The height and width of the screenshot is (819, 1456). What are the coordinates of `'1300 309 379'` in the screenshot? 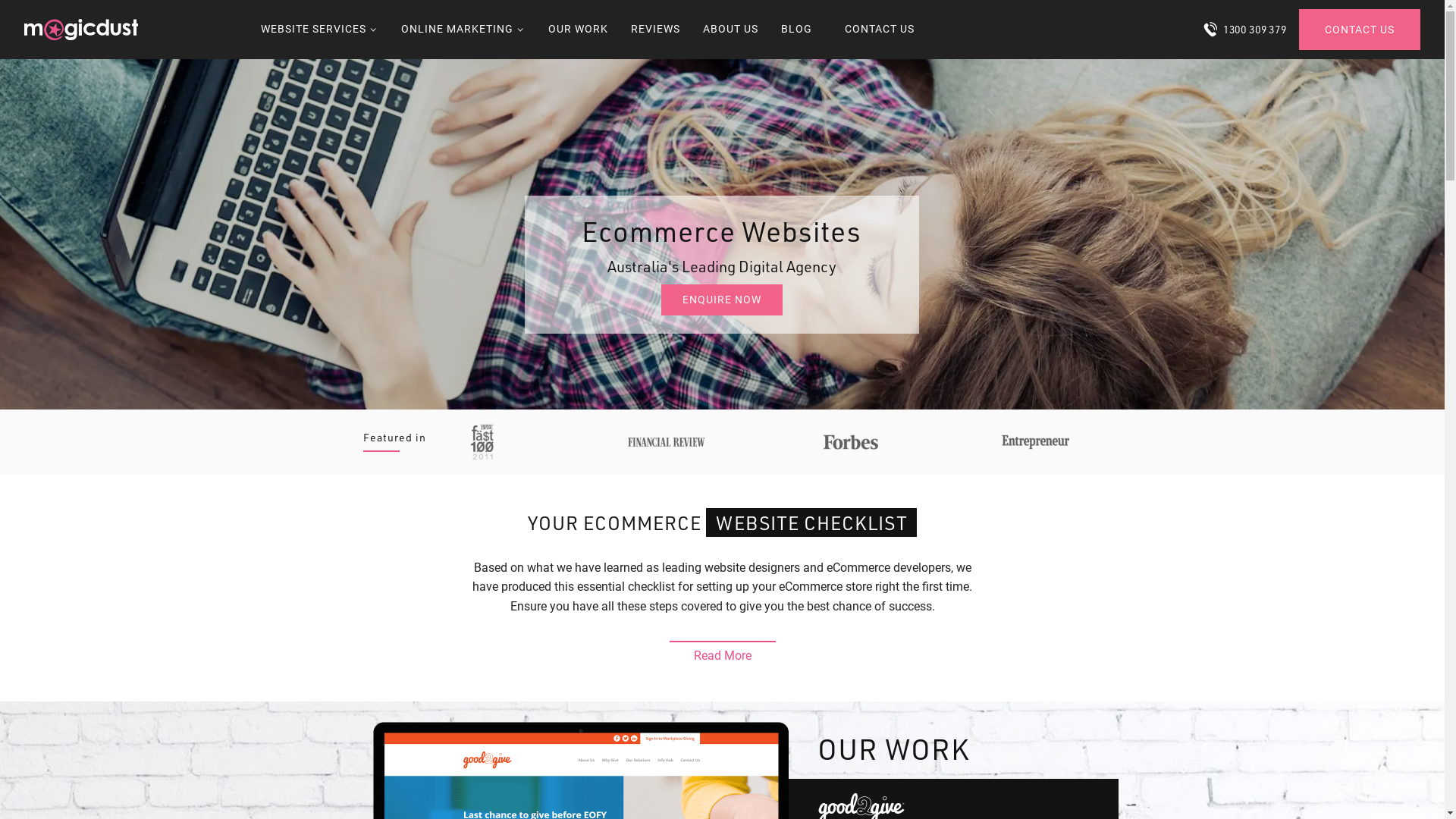 It's located at (1244, 29).